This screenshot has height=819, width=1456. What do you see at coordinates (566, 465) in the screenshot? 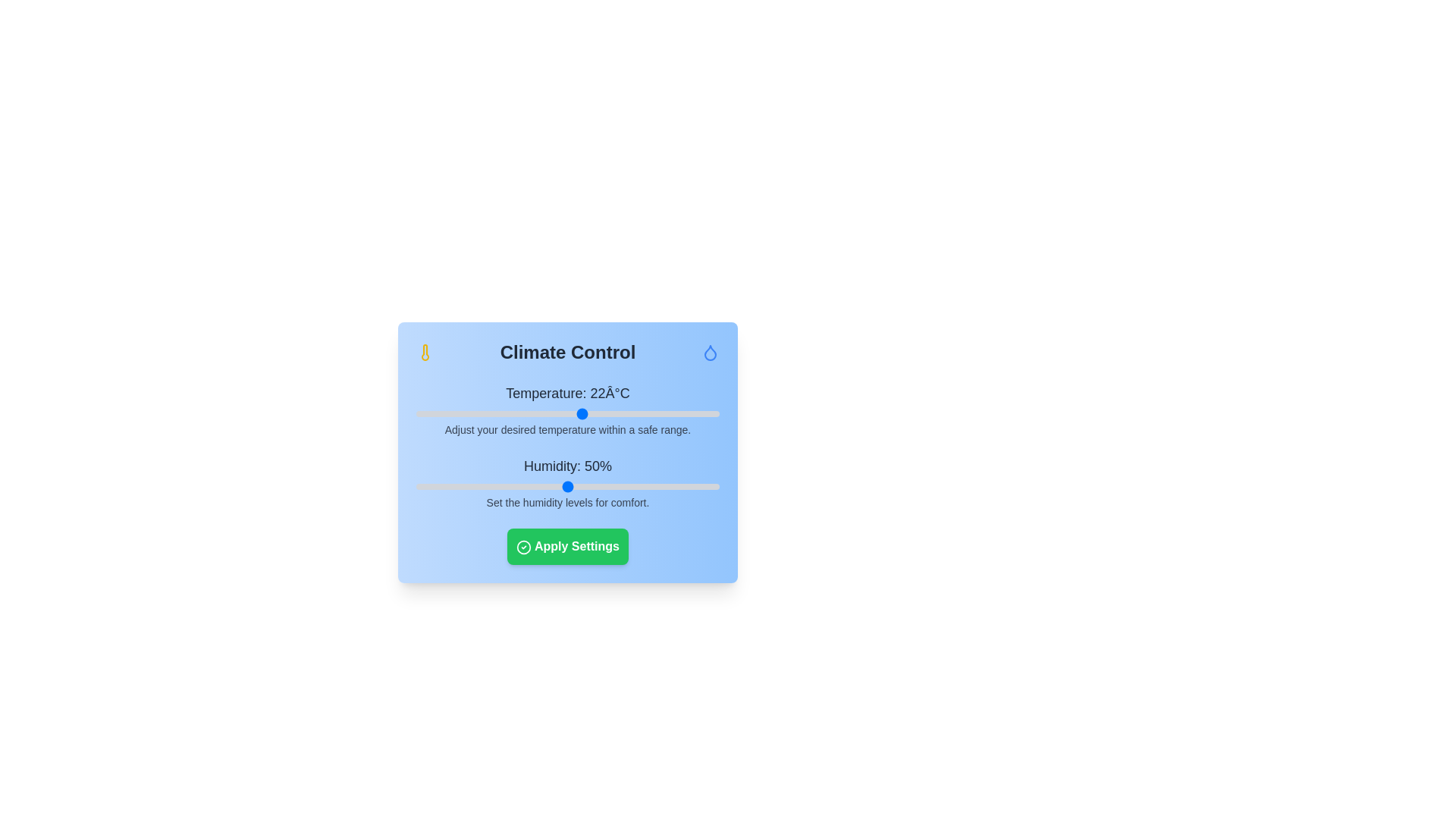
I see `the 'Humidity: 50%' label text to potentially reveal tooltips` at bounding box center [566, 465].